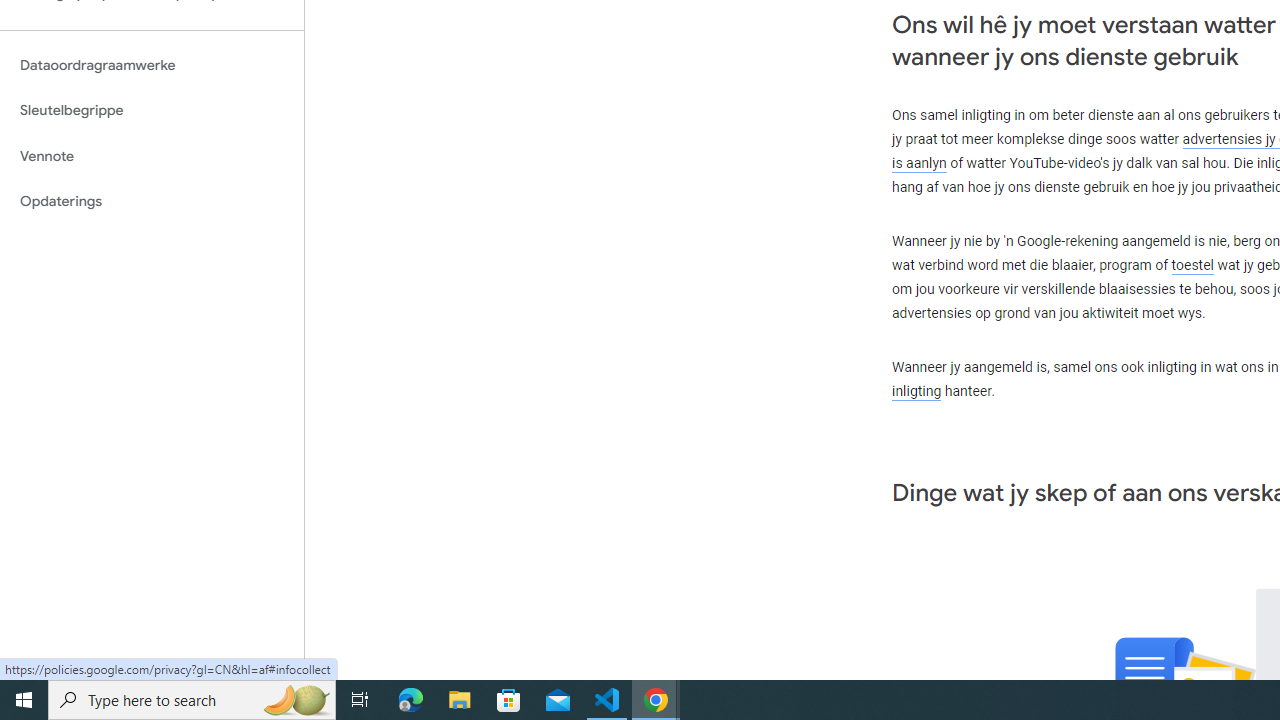  Describe the element at coordinates (1192, 264) in the screenshot. I see `'toestel'` at that location.